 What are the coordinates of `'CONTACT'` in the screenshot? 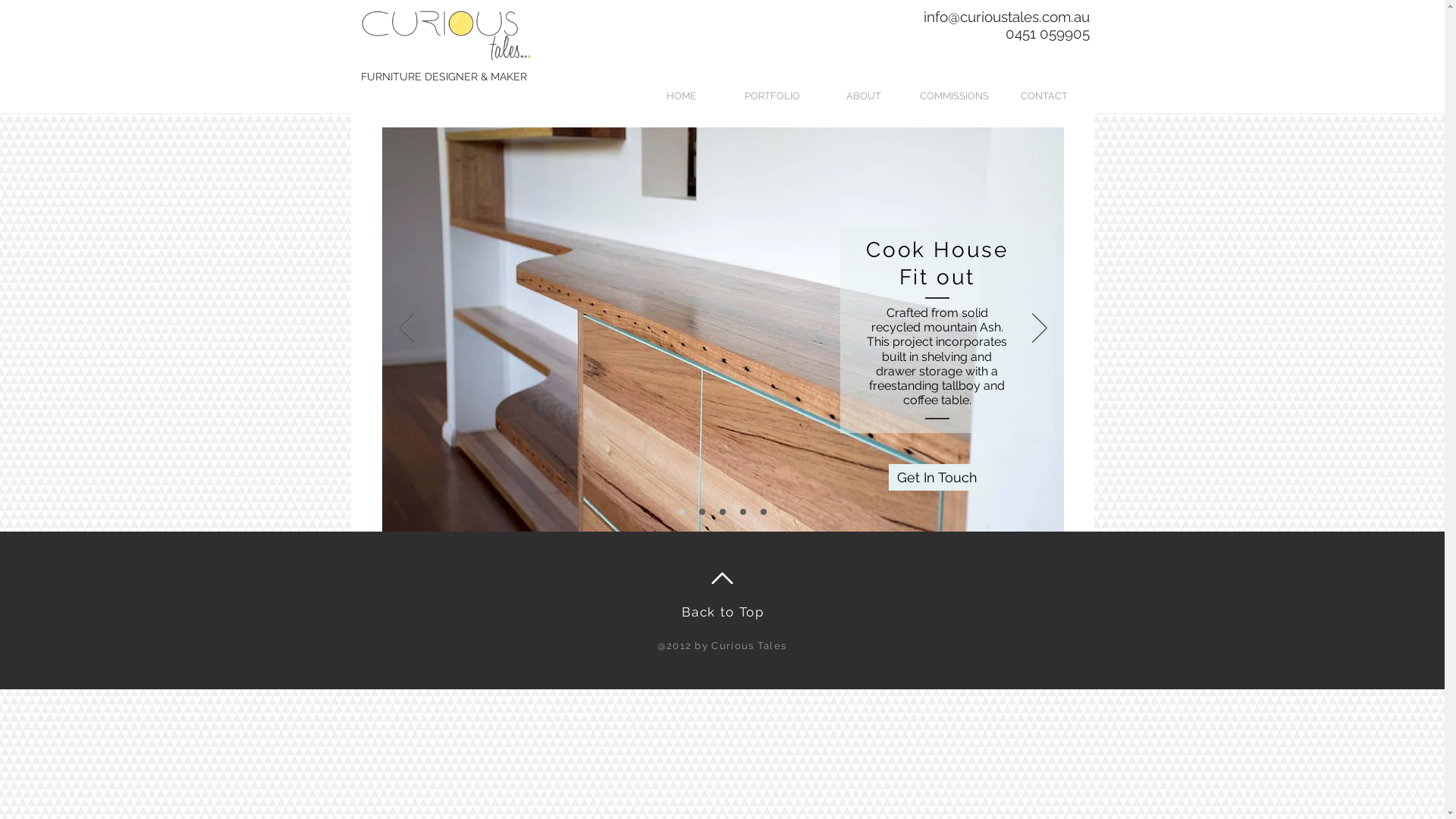 It's located at (1043, 96).